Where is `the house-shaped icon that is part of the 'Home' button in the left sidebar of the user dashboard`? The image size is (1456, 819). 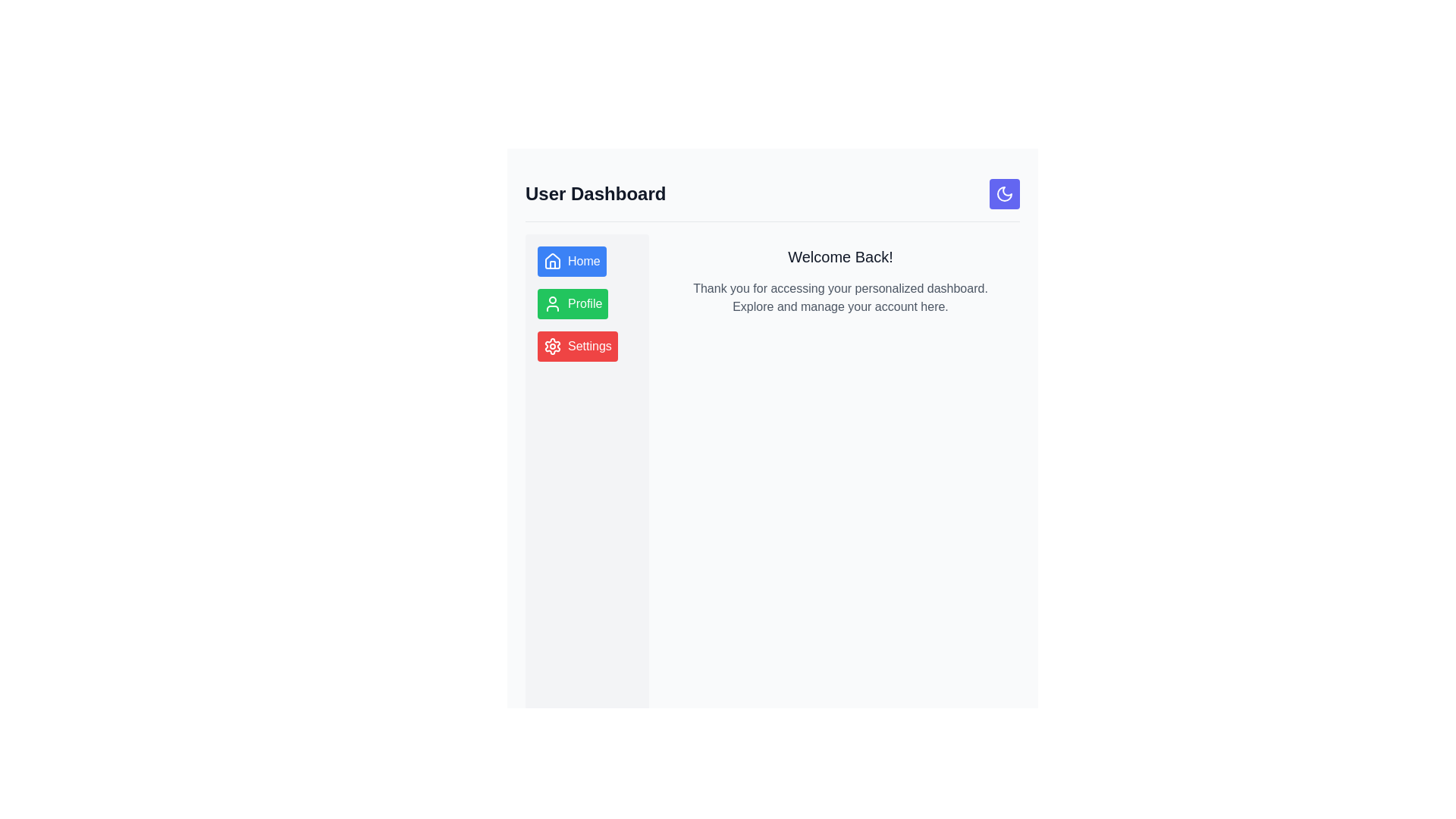 the house-shaped icon that is part of the 'Home' button in the left sidebar of the user dashboard is located at coordinates (552, 259).